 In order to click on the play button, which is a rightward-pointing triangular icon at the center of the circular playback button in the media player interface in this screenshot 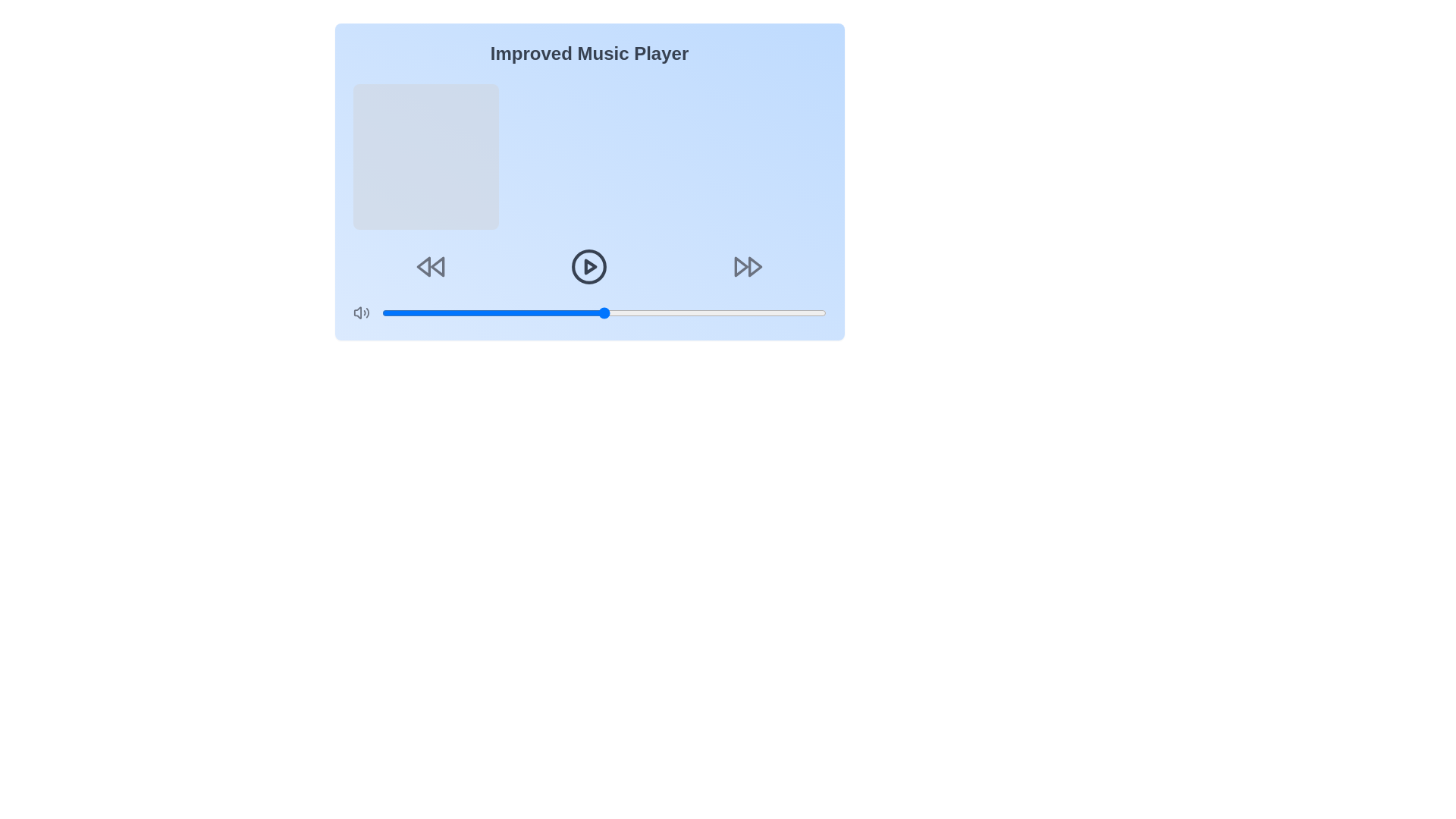, I will do `click(590, 265)`.